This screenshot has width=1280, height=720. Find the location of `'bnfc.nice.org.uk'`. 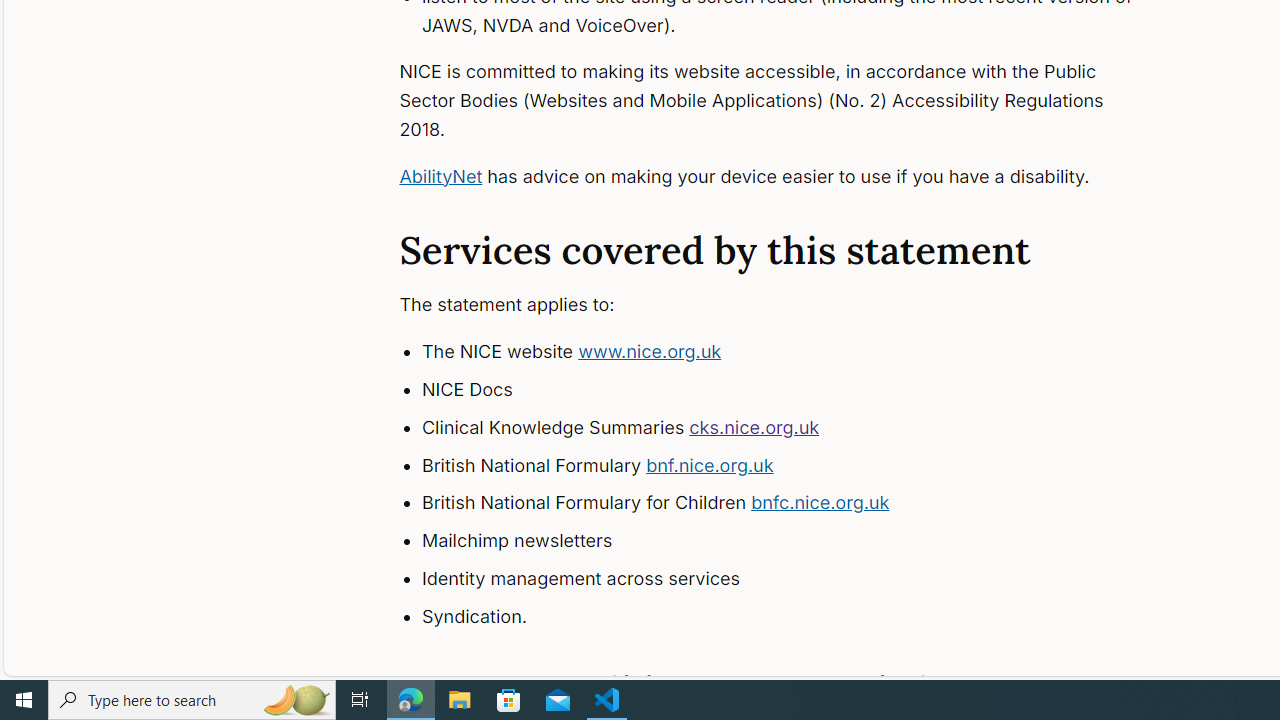

'bnfc.nice.org.uk' is located at coordinates (820, 501).